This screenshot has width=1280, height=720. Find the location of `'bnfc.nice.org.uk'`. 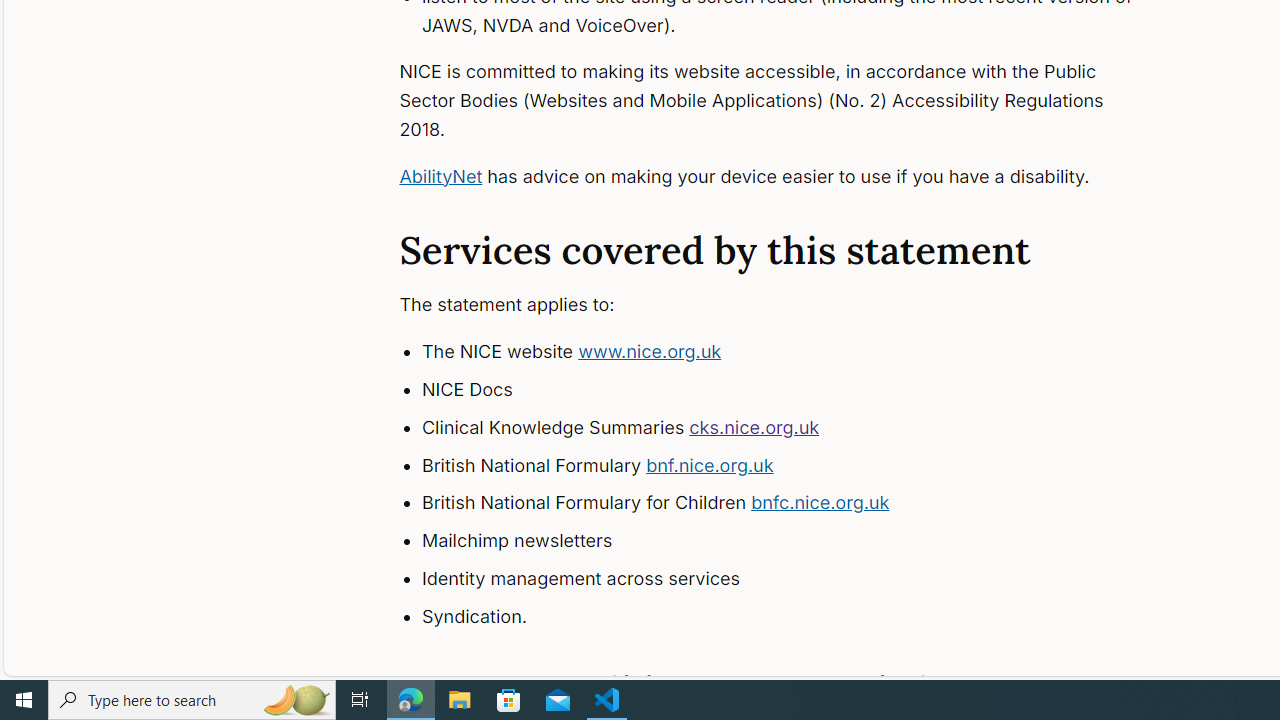

'bnfc.nice.org.uk' is located at coordinates (820, 501).